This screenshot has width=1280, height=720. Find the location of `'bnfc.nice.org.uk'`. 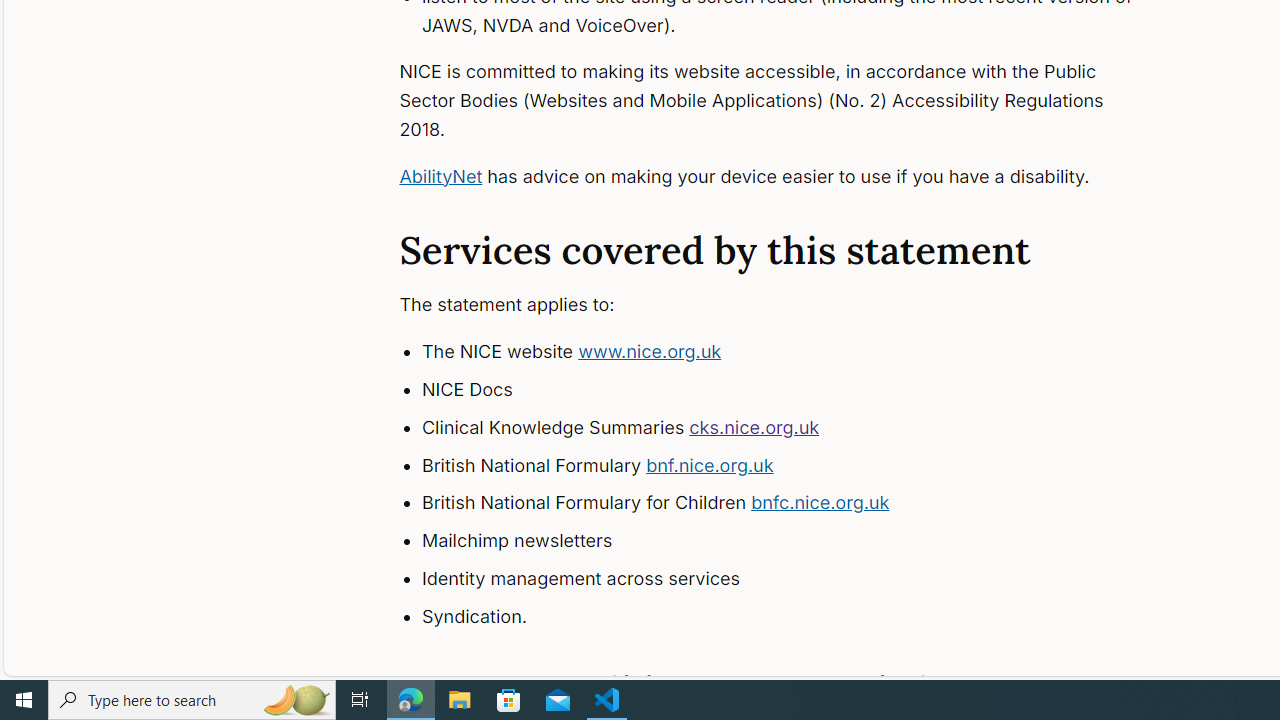

'bnfc.nice.org.uk' is located at coordinates (820, 501).